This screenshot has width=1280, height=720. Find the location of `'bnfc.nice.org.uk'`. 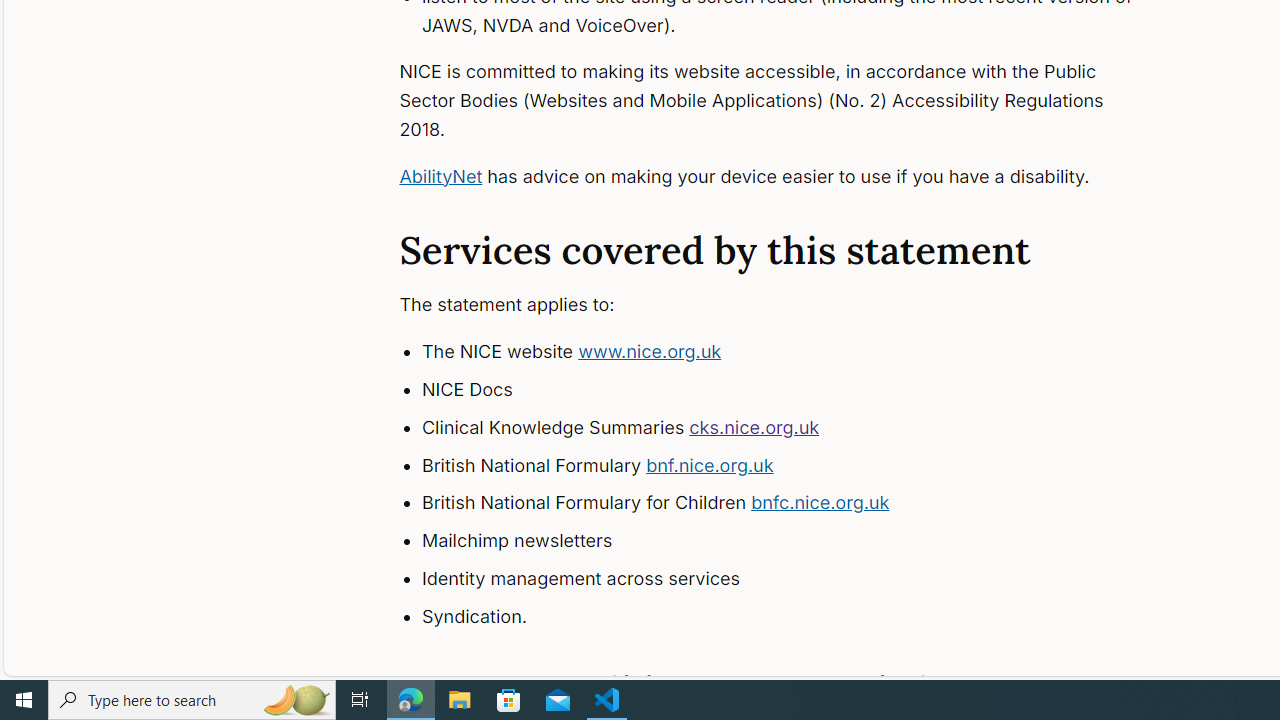

'bnfc.nice.org.uk' is located at coordinates (820, 501).